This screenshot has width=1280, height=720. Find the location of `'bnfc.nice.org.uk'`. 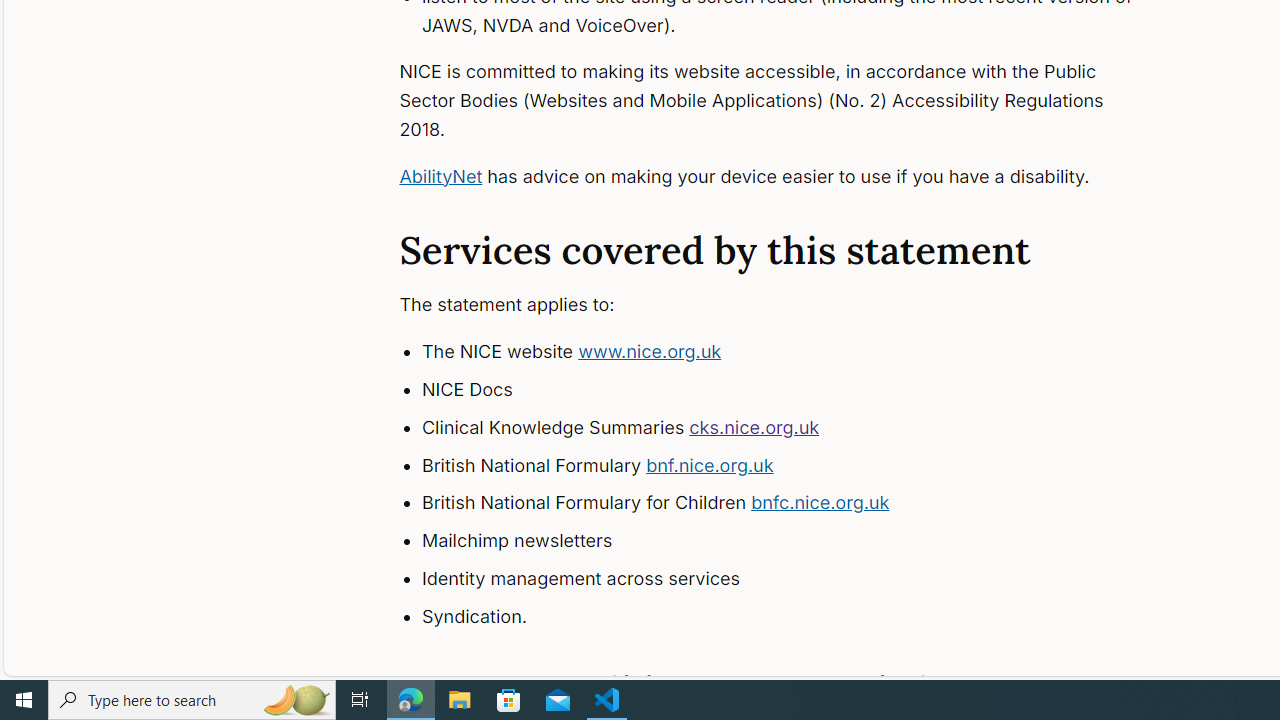

'bnfc.nice.org.uk' is located at coordinates (820, 501).